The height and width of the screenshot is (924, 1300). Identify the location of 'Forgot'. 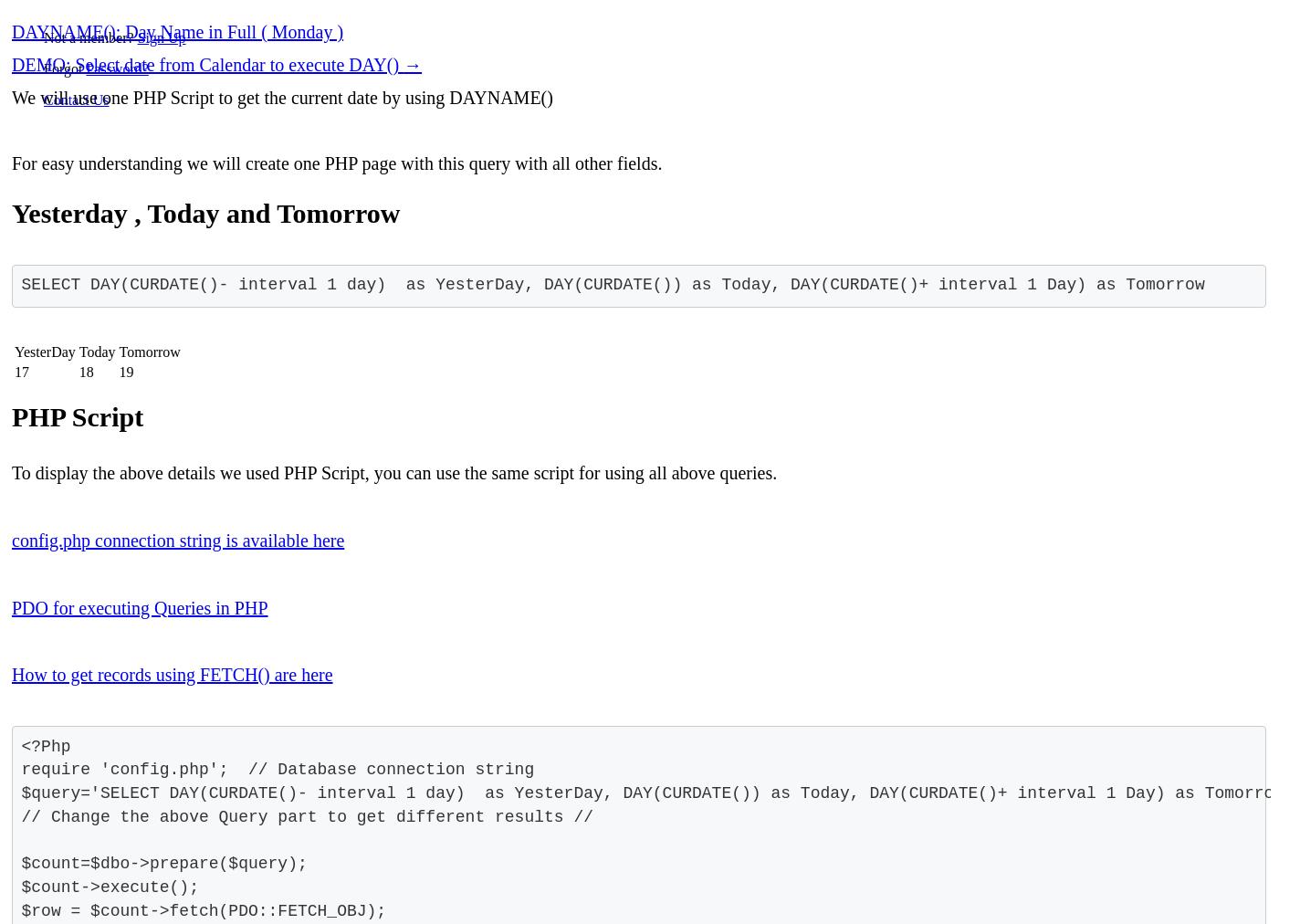
(65, 68).